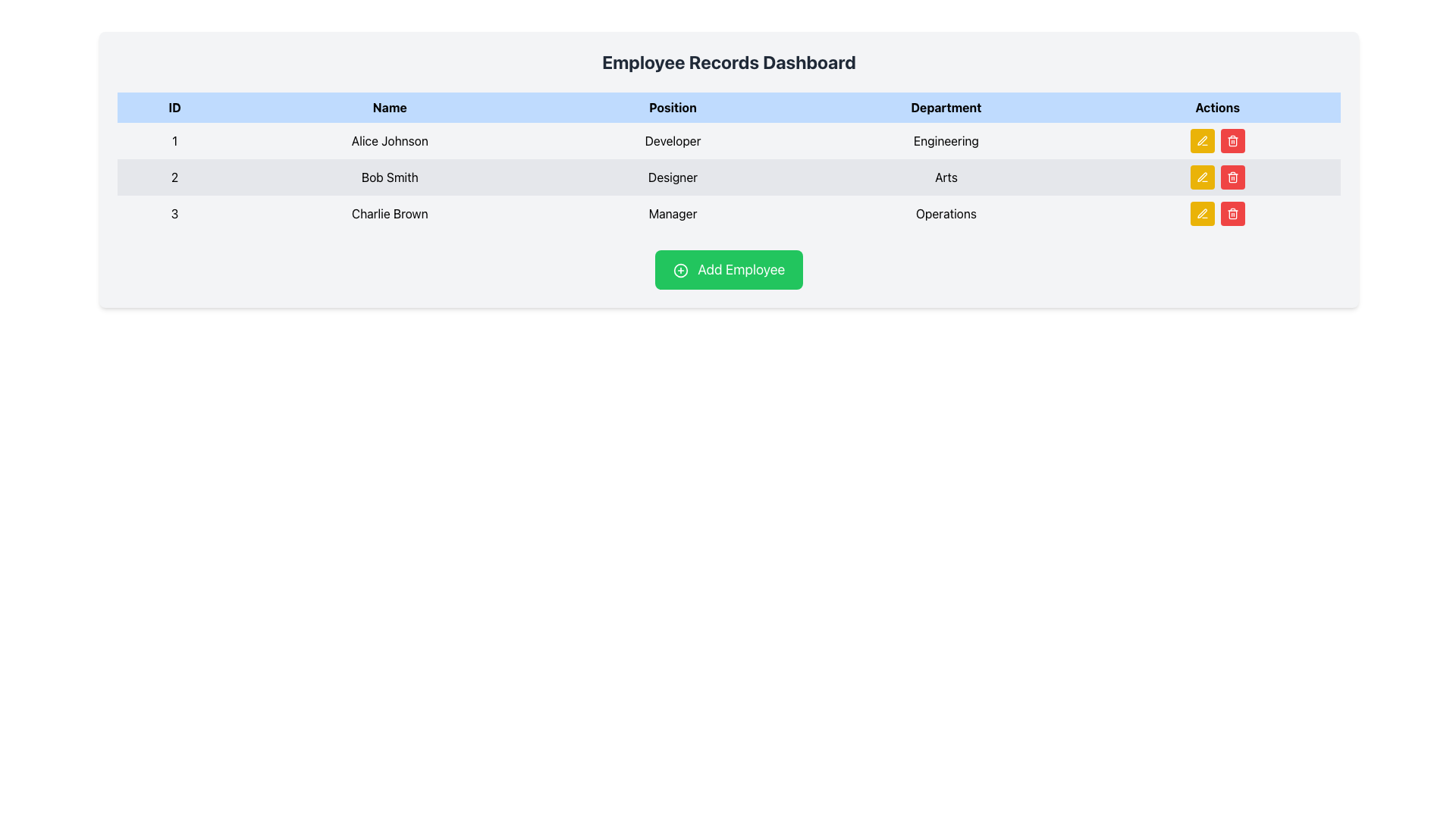 Image resolution: width=1456 pixels, height=819 pixels. I want to click on the delete button in the 'Actions' column for the row corresponding to 'Bob Smith', so click(1232, 177).